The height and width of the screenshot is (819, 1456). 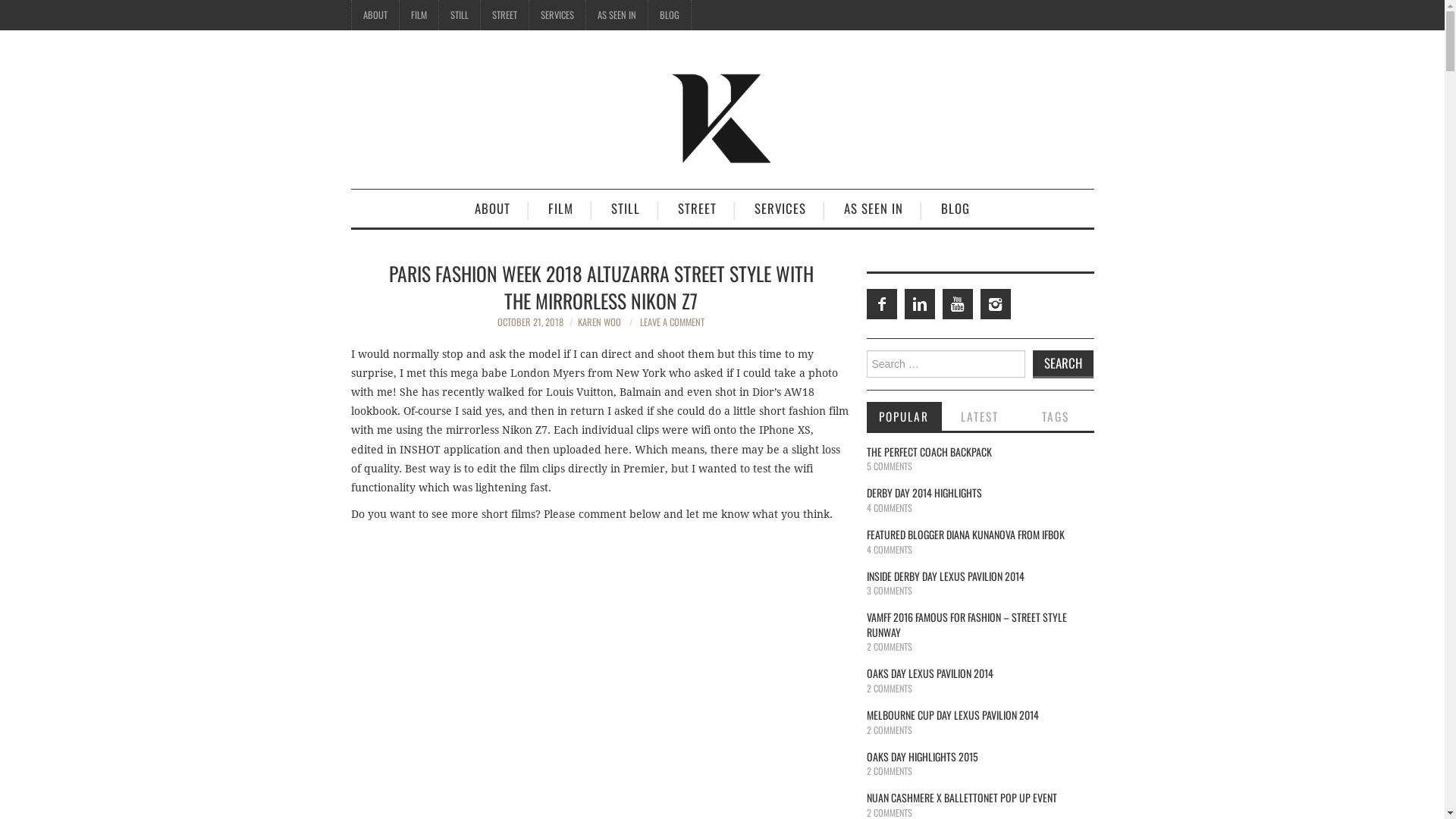 I want to click on 'THE PERFECT COACH BACKPACK', so click(x=927, y=450).